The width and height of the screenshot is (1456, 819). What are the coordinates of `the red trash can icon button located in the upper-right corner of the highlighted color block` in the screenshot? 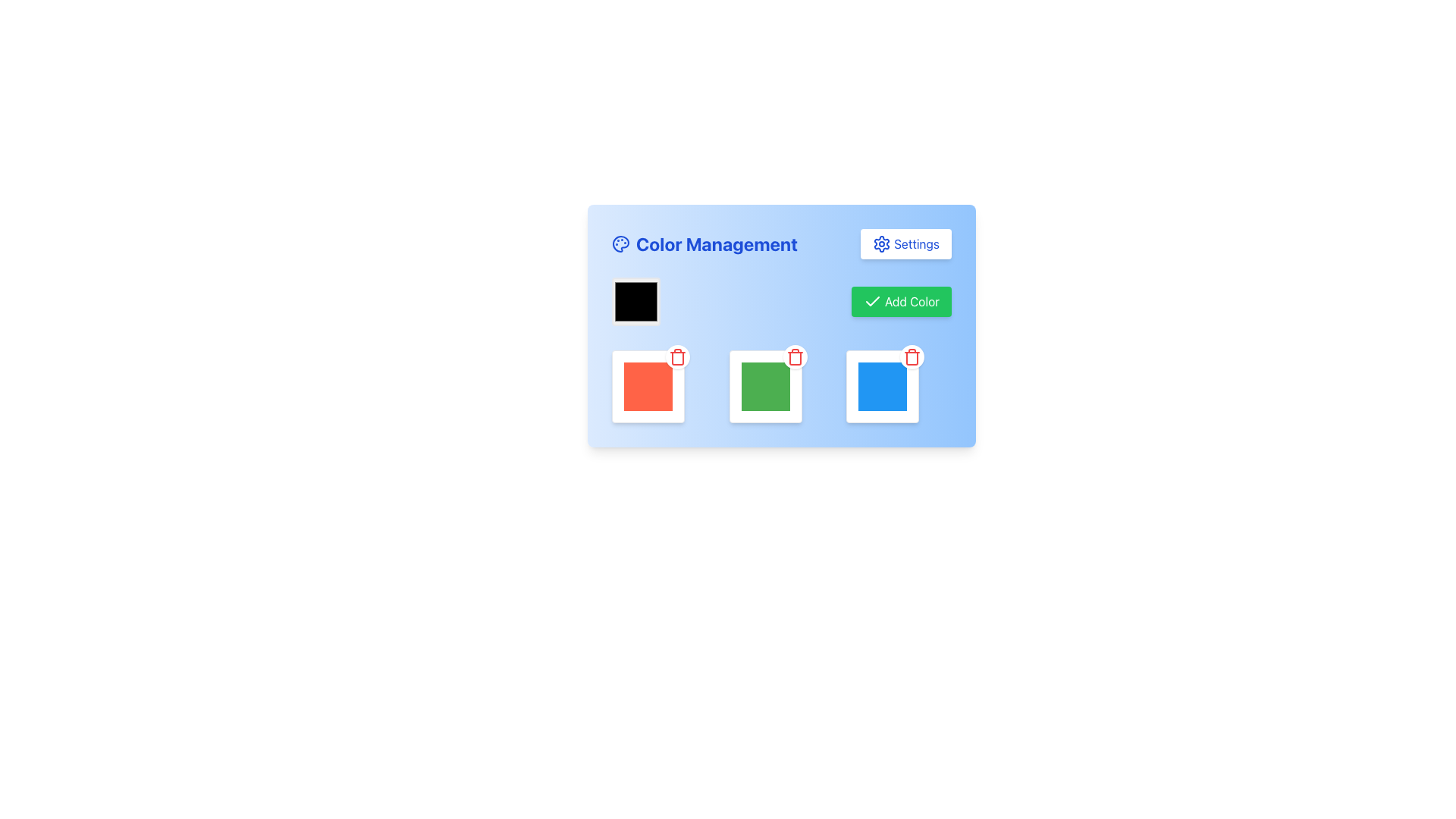 It's located at (676, 356).